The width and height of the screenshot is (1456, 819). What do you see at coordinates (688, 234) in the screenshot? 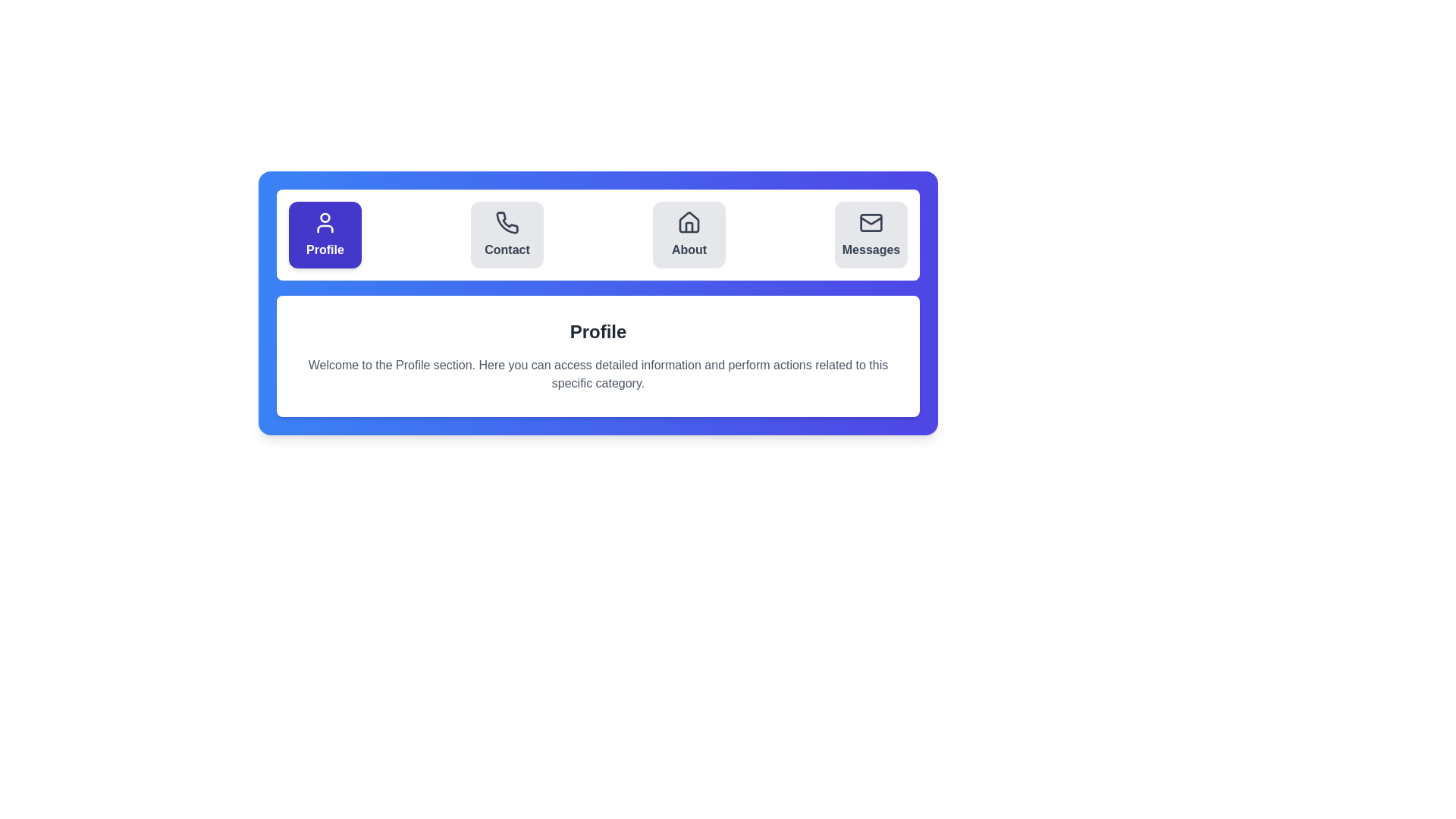
I see `the tab labeled 'About' to observe its hover effect` at bounding box center [688, 234].